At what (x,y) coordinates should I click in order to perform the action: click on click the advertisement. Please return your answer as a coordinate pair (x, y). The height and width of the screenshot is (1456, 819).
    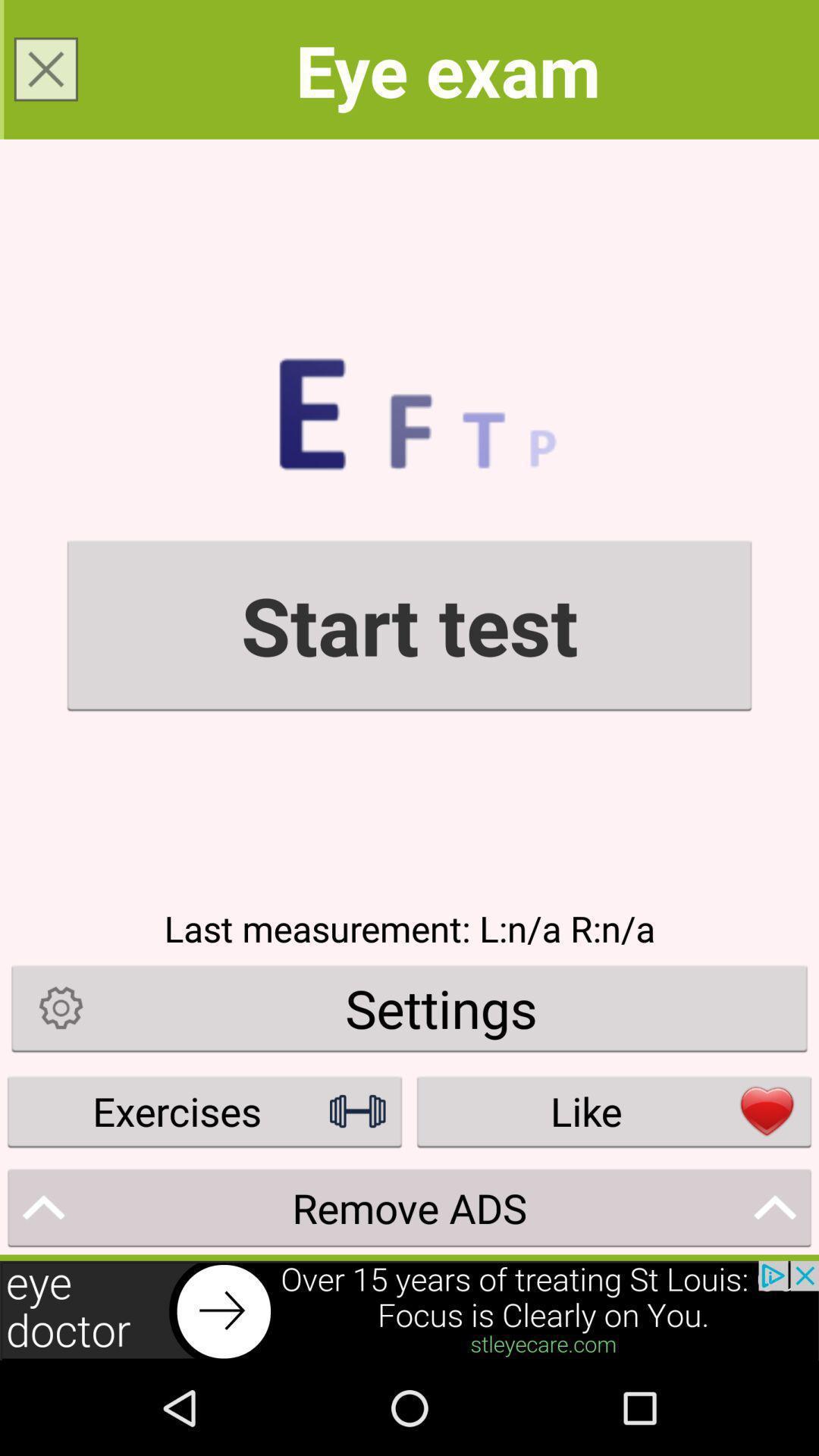
    Looking at the image, I should click on (409, 1310).